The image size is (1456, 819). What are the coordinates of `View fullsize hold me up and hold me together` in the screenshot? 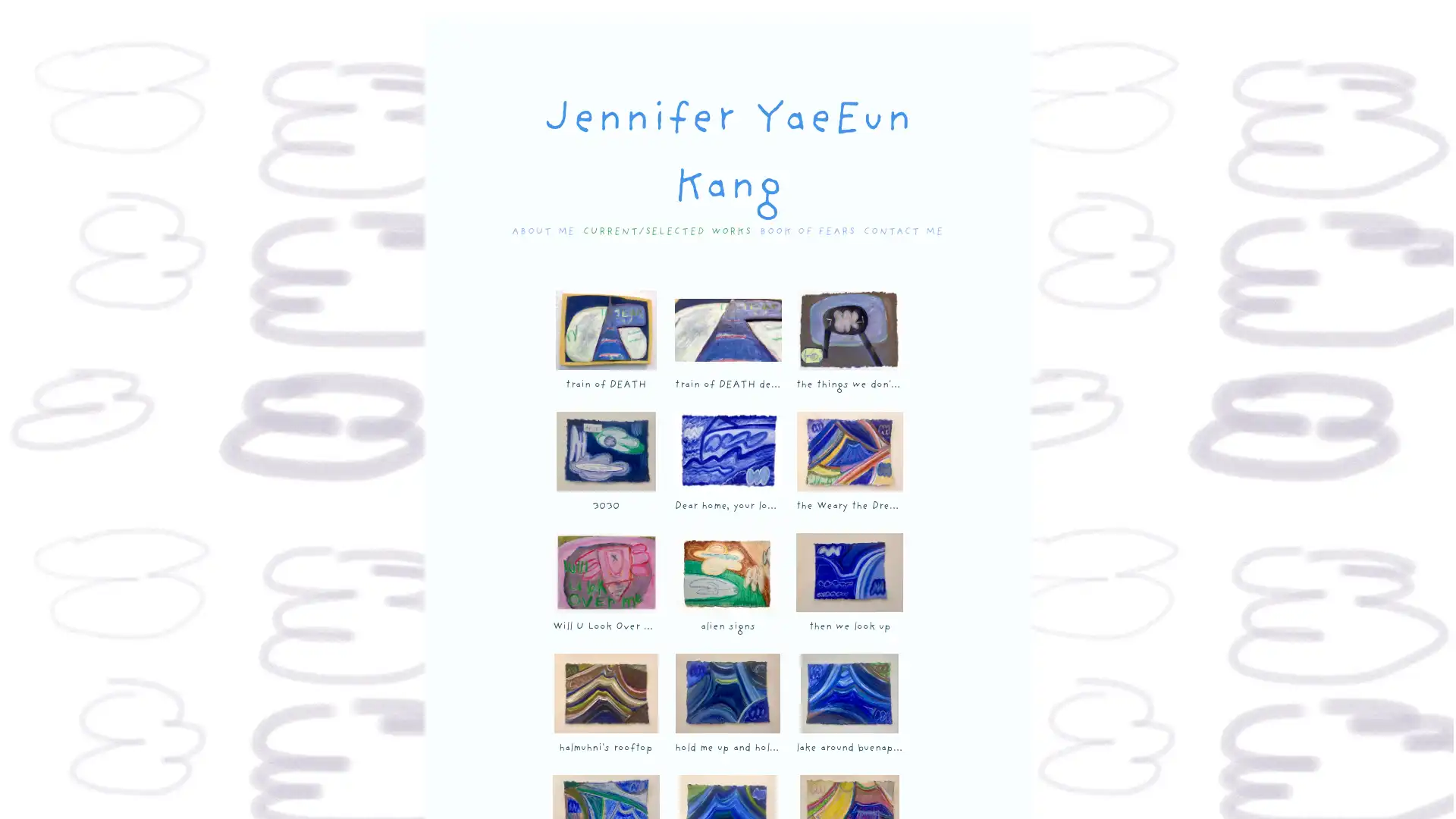 It's located at (726, 693).